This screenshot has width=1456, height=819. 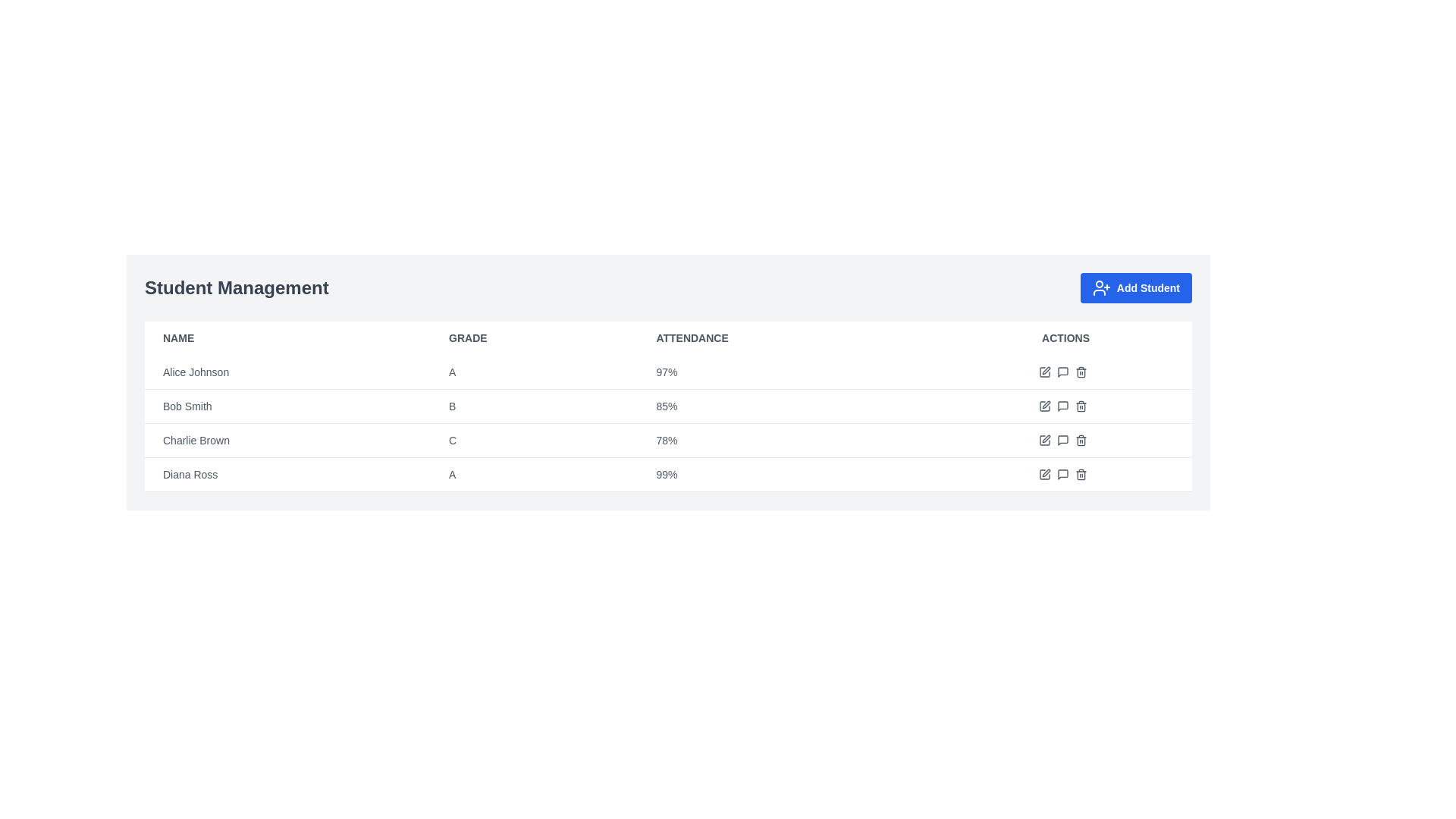 I want to click on the Icon button in the Actions column for Diana Ross to initiate a comment or message action, so click(x=1062, y=473).